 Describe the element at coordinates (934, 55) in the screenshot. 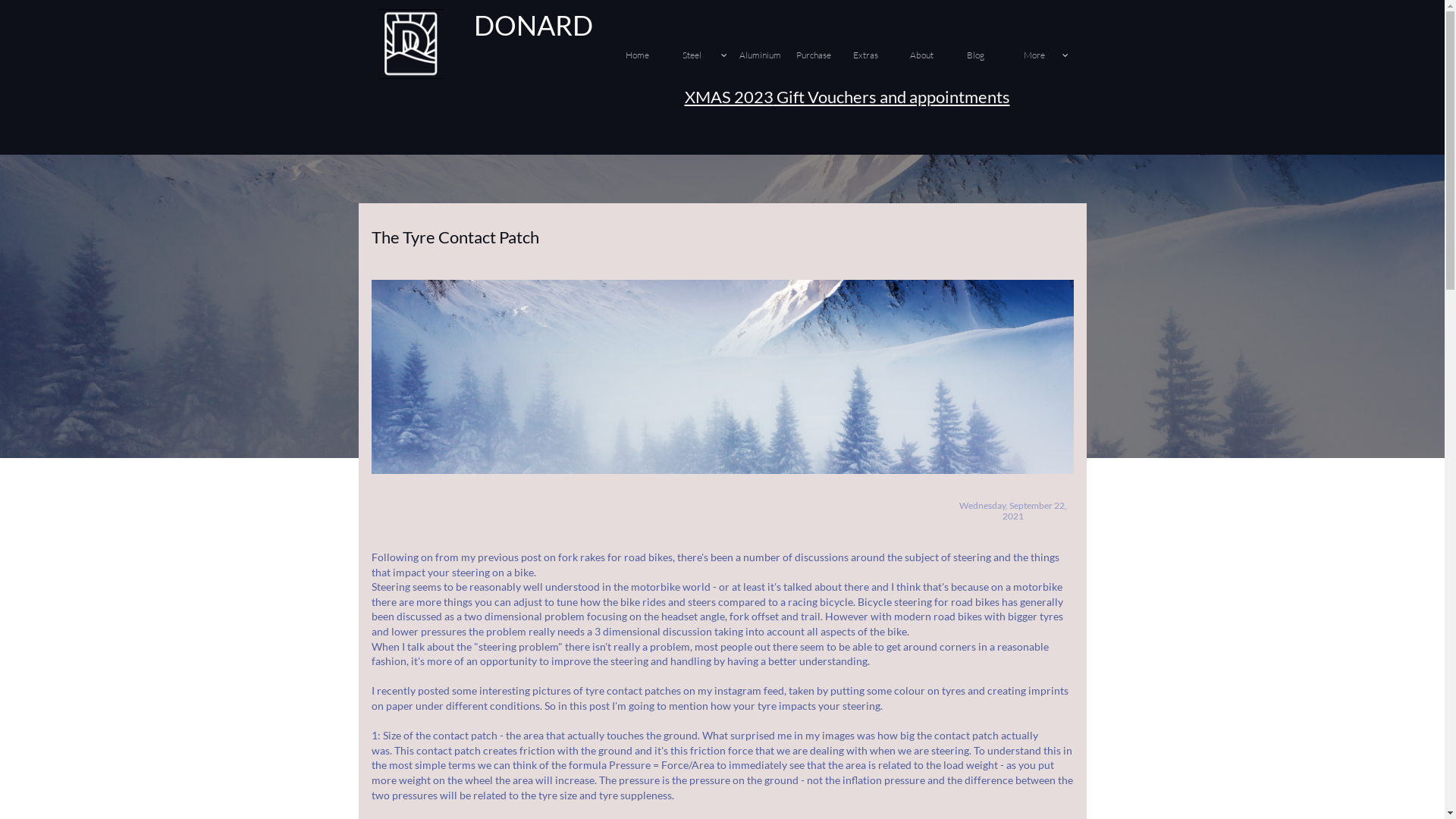

I see `'About'` at that location.